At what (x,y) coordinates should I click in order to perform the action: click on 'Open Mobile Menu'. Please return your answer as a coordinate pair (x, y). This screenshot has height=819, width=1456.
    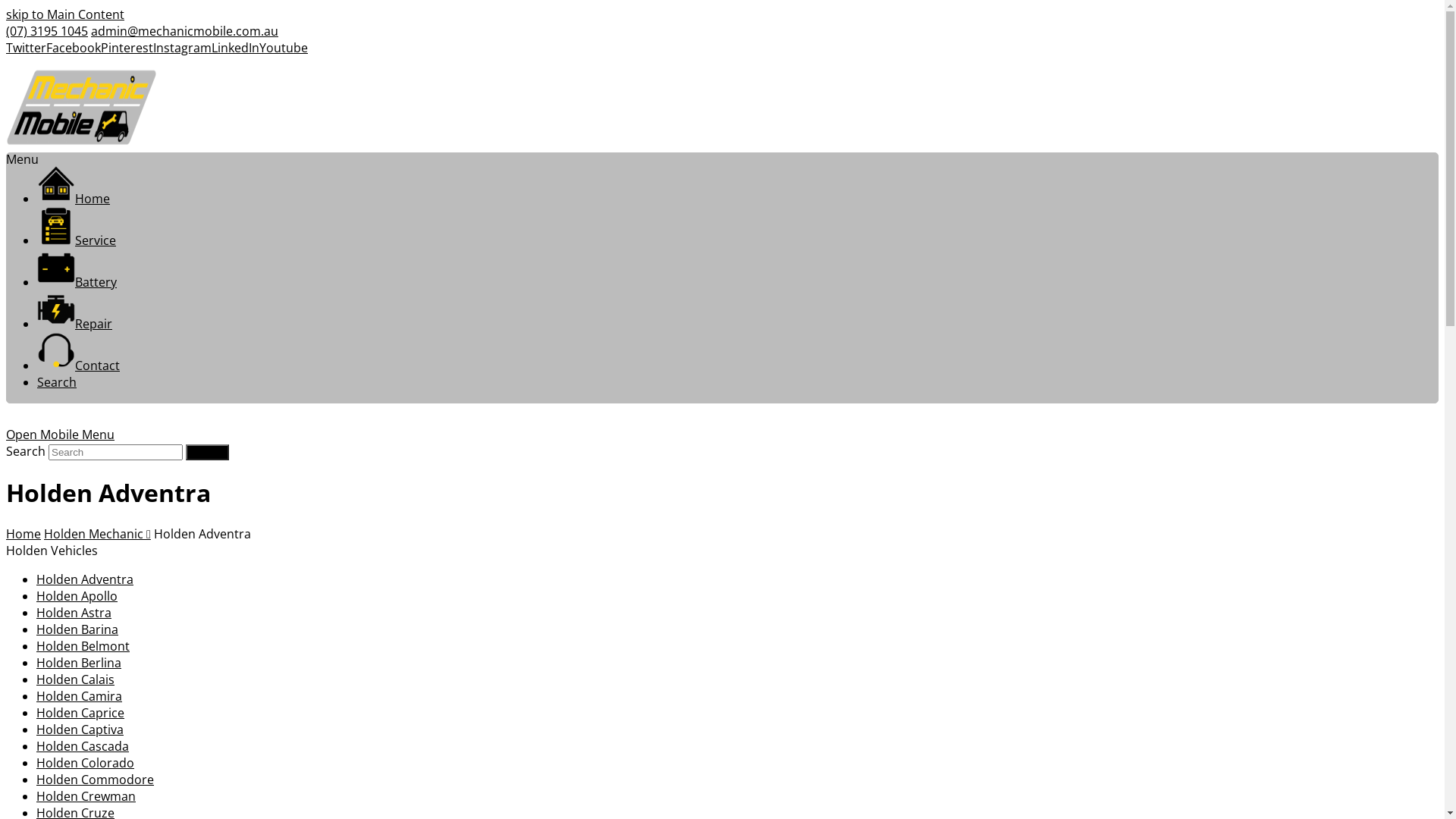
    Looking at the image, I should click on (60, 435).